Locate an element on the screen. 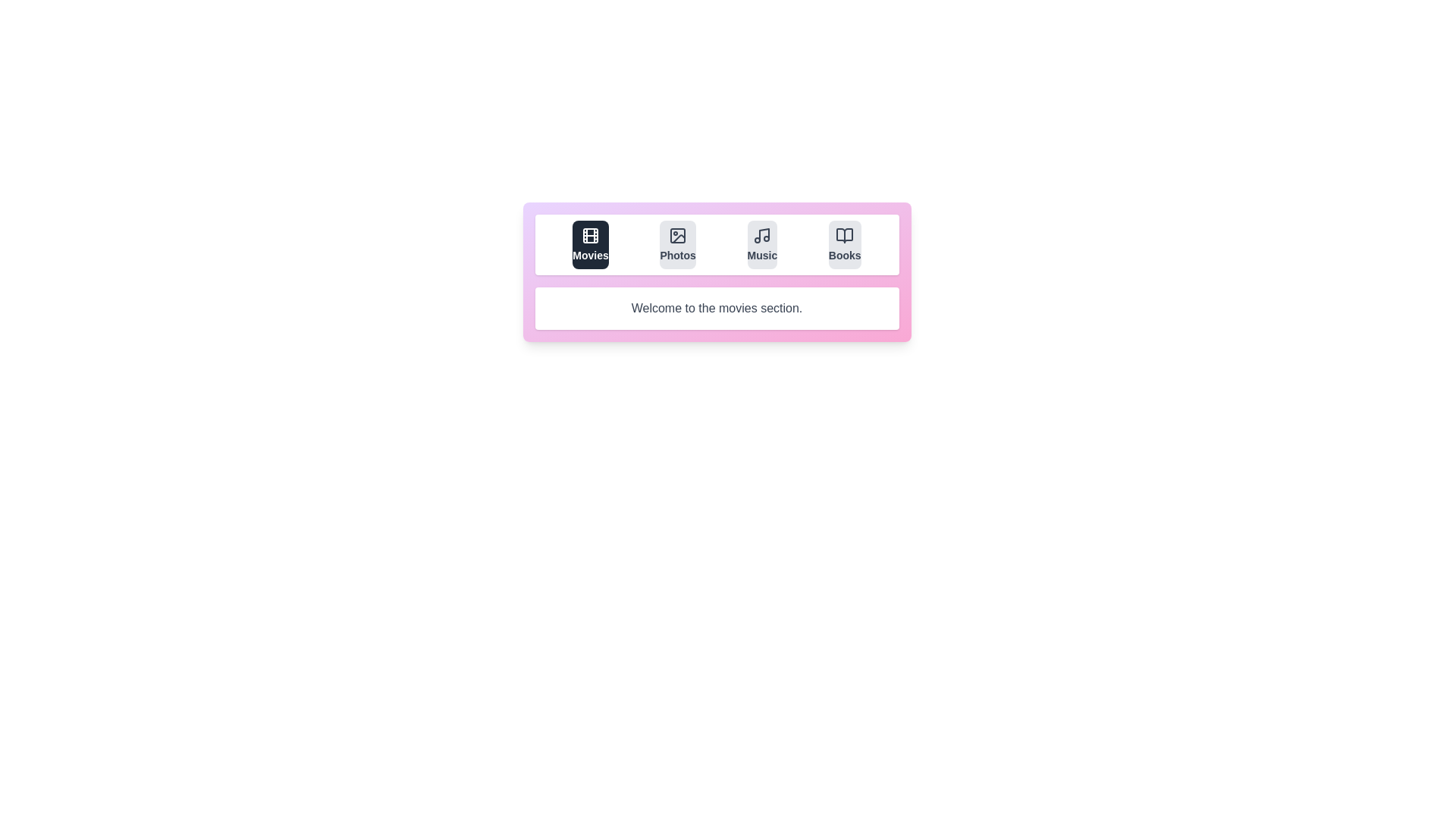 The height and width of the screenshot is (819, 1456). the tab labeled Books is located at coordinates (844, 244).